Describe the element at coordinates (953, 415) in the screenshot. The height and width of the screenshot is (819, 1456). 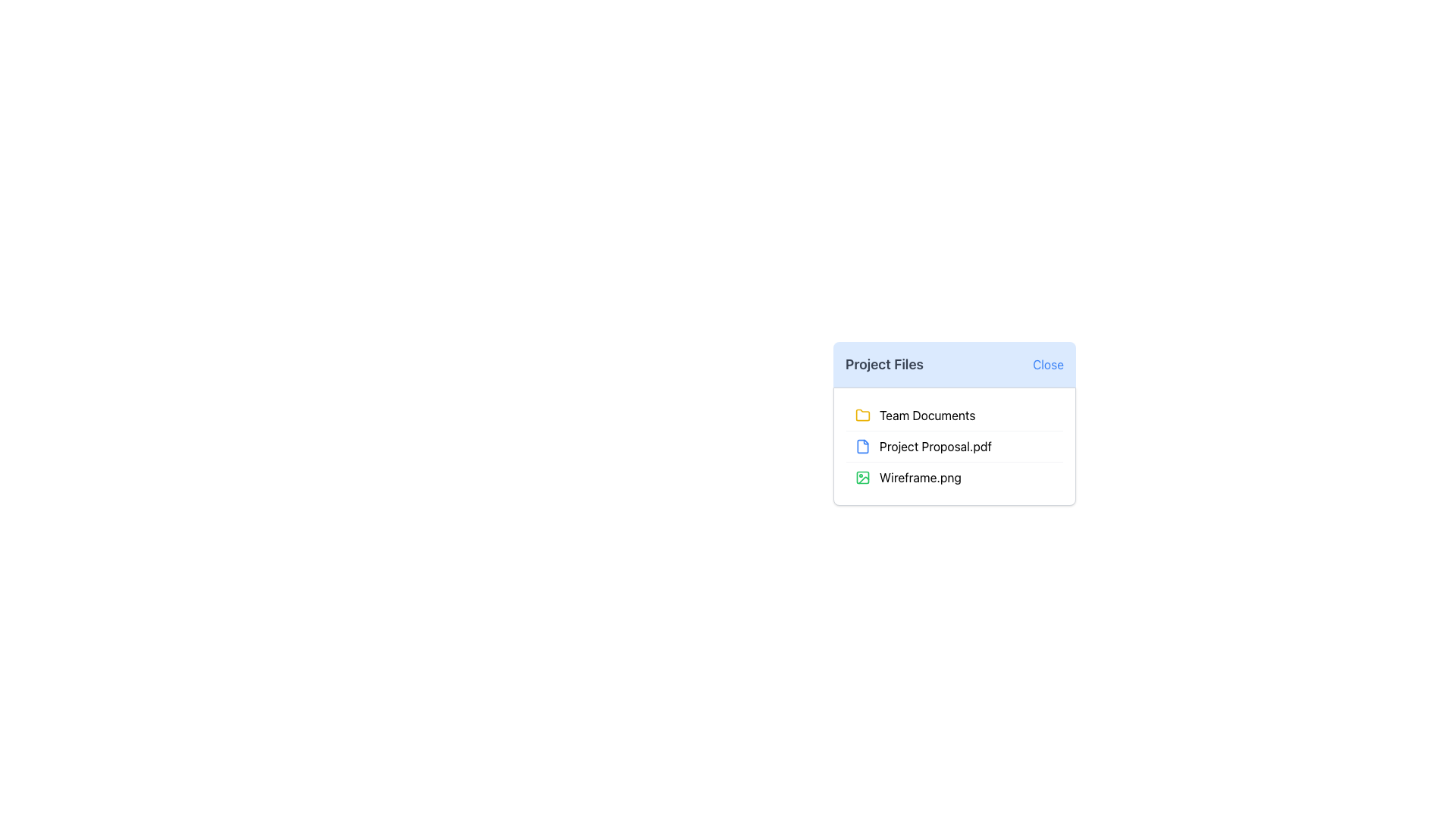
I see `the first list item labeled 'Team Documents' which contains a yellow folder icon, located within the 'Project Files' card` at that location.